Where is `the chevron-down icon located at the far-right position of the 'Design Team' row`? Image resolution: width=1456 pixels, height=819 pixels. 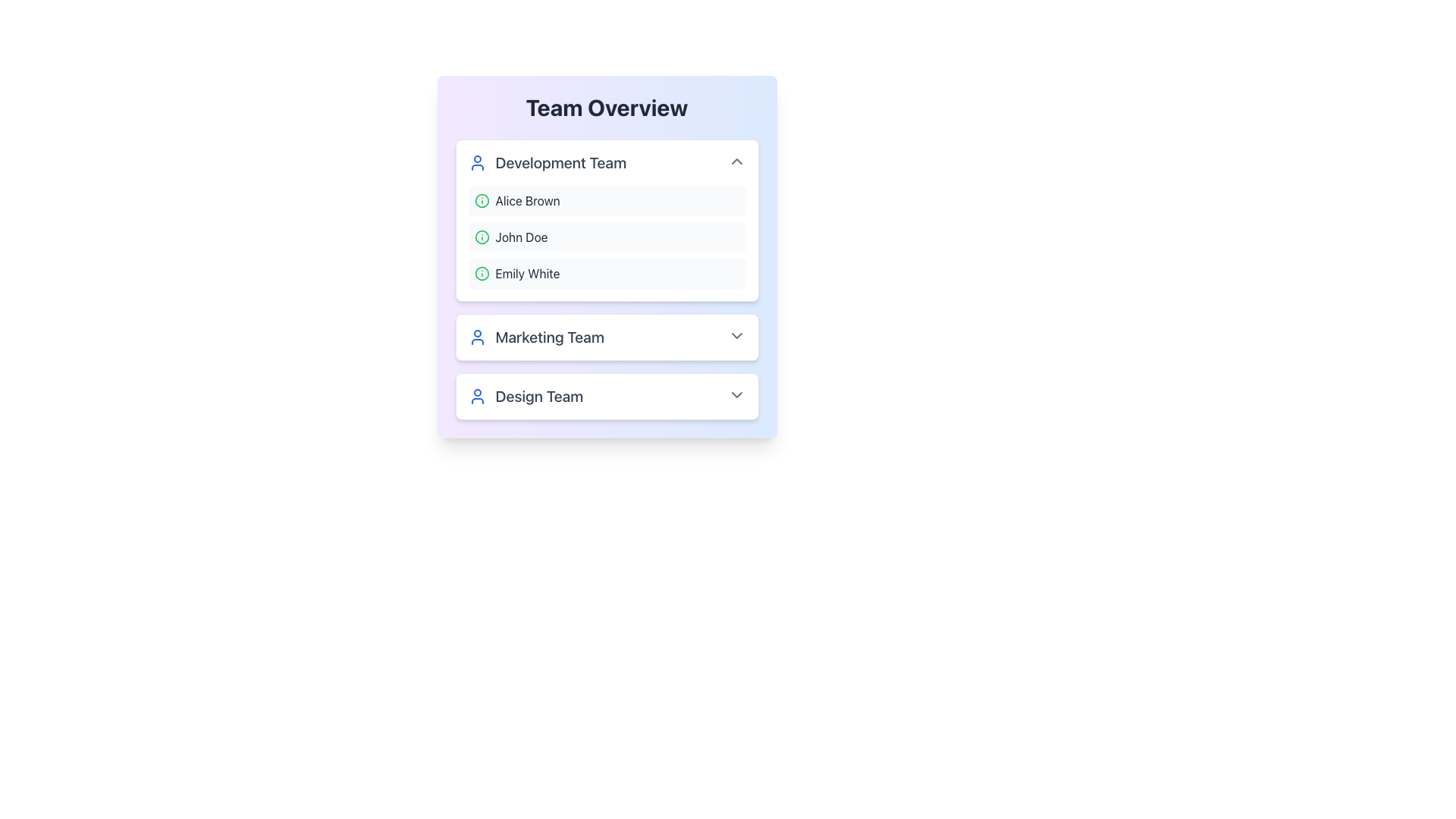
the chevron-down icon located at the far-right position of the 'Design Team' row is located at coordinates (736, 394).